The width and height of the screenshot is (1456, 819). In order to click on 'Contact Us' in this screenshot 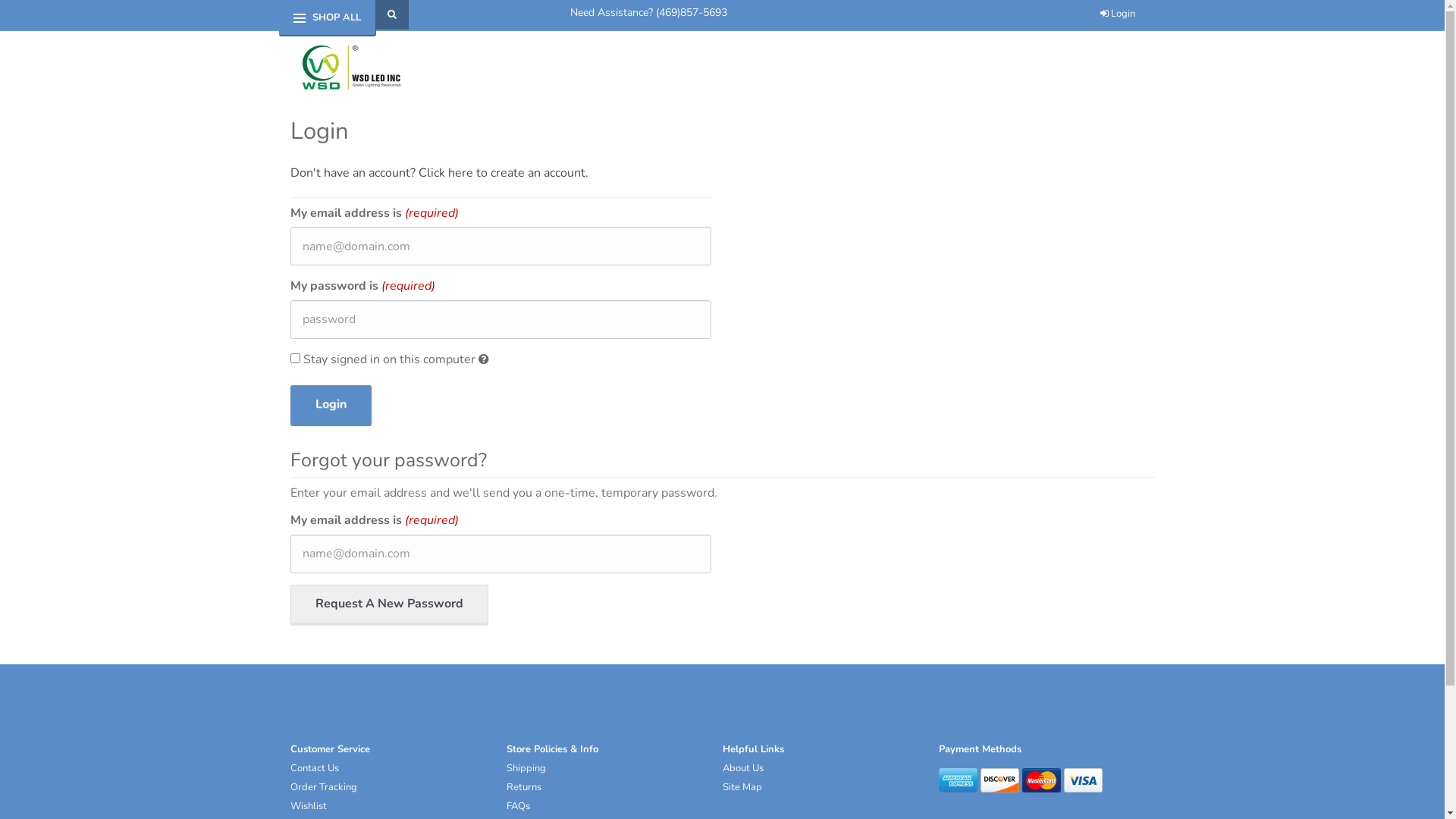, I will do `click(312, 768)`.